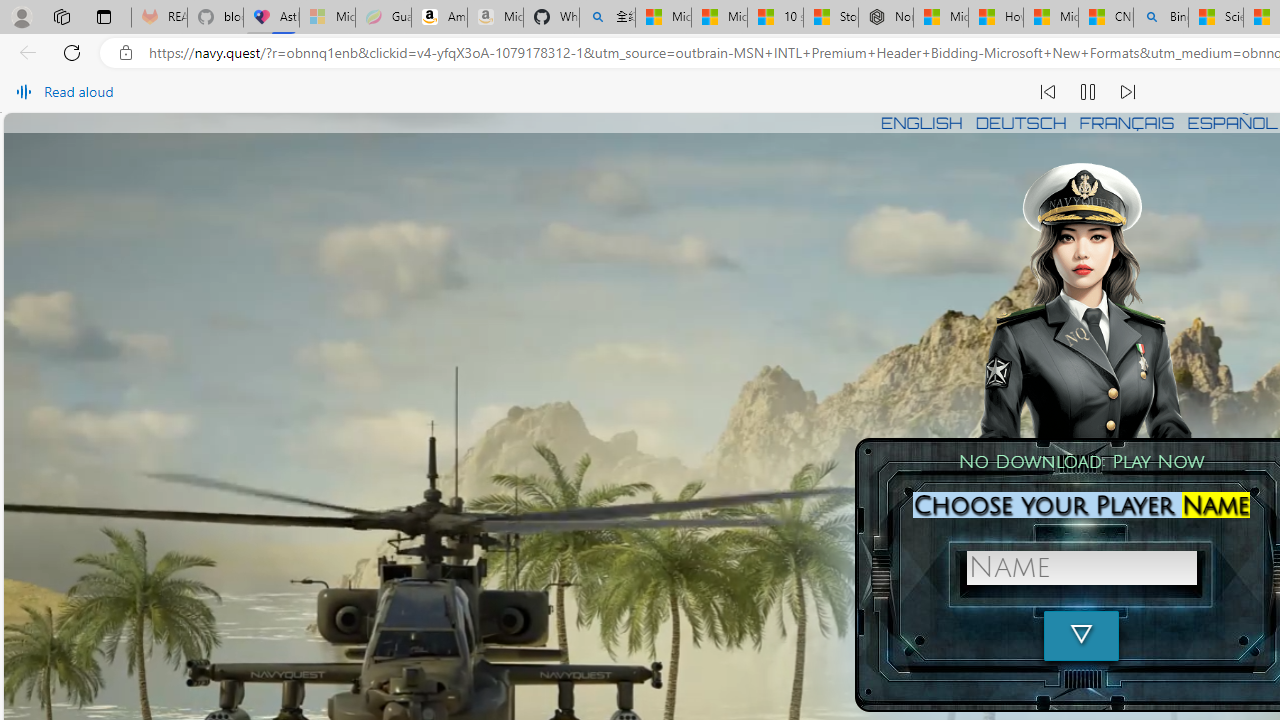 The image size is (1280, 720). Describe the element at coordinates (830, 17) in the screenshot. I see `'Stocks - MSN'` at that location.